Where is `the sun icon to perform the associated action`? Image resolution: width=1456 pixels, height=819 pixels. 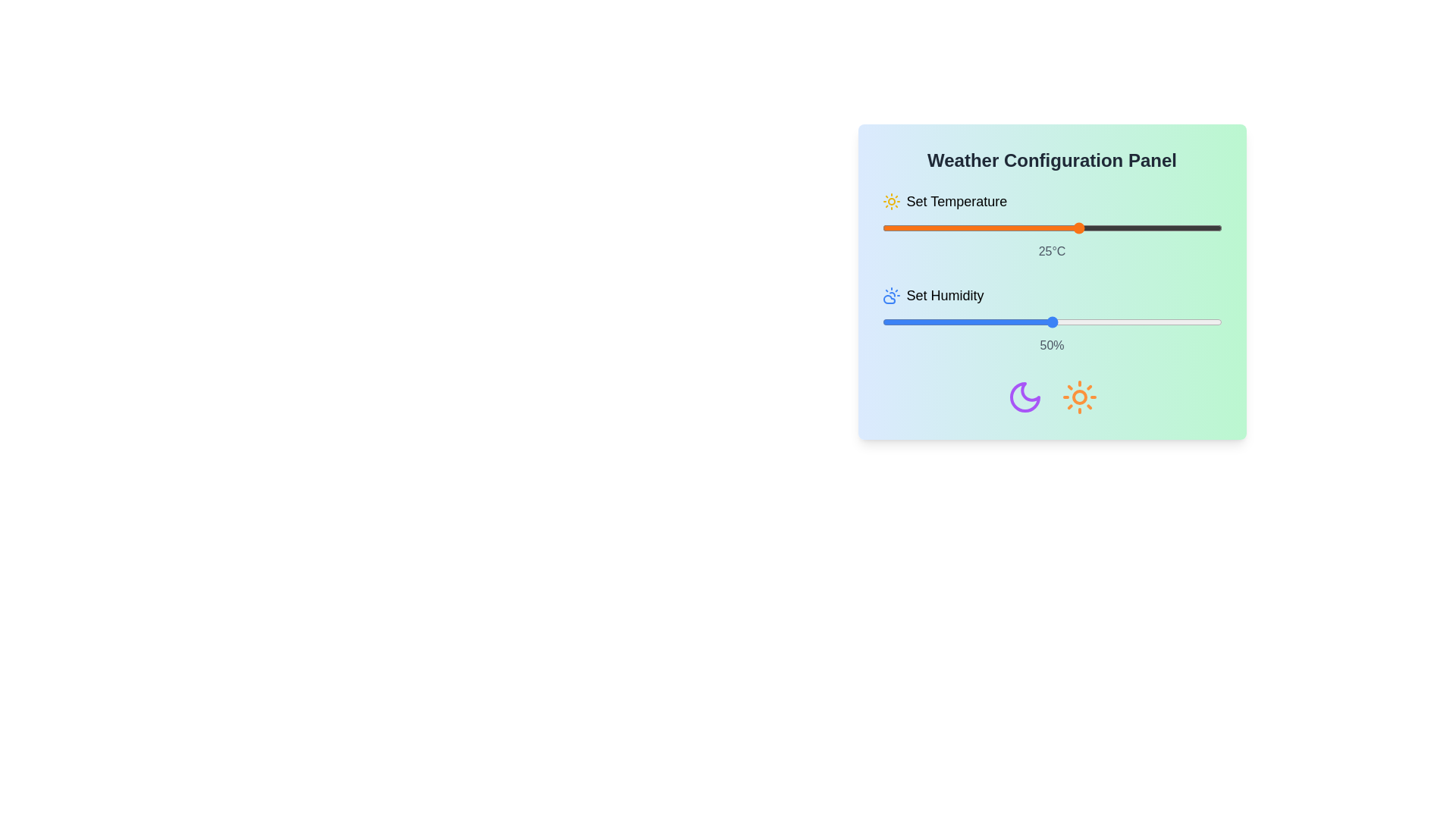 the sun icon to perform the associated action is located at coordinates (1078, 397).